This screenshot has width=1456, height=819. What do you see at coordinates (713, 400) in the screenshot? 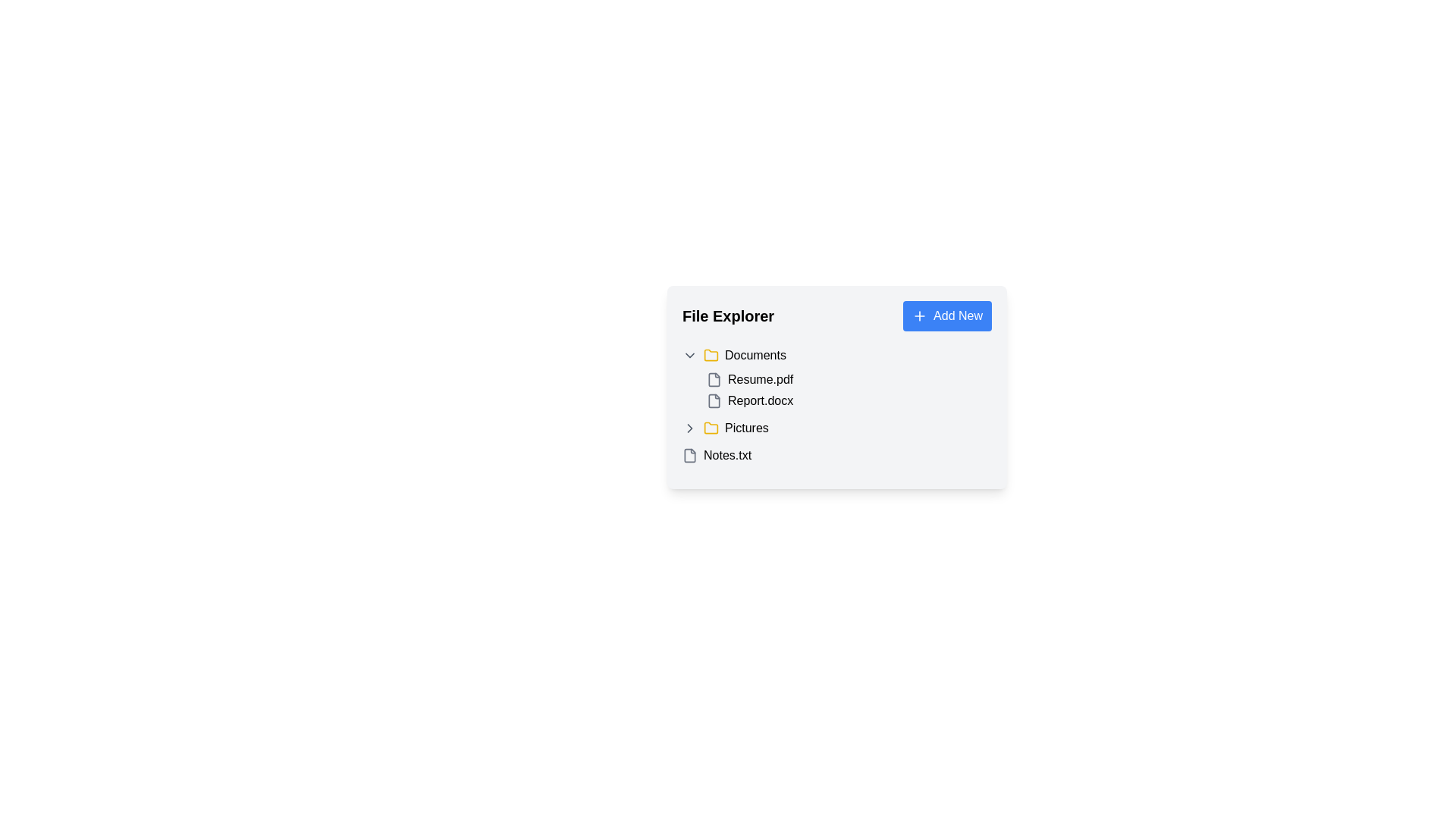
I see `the file icon with a gray outline and folded corner located` at bounding box center [713, 400].